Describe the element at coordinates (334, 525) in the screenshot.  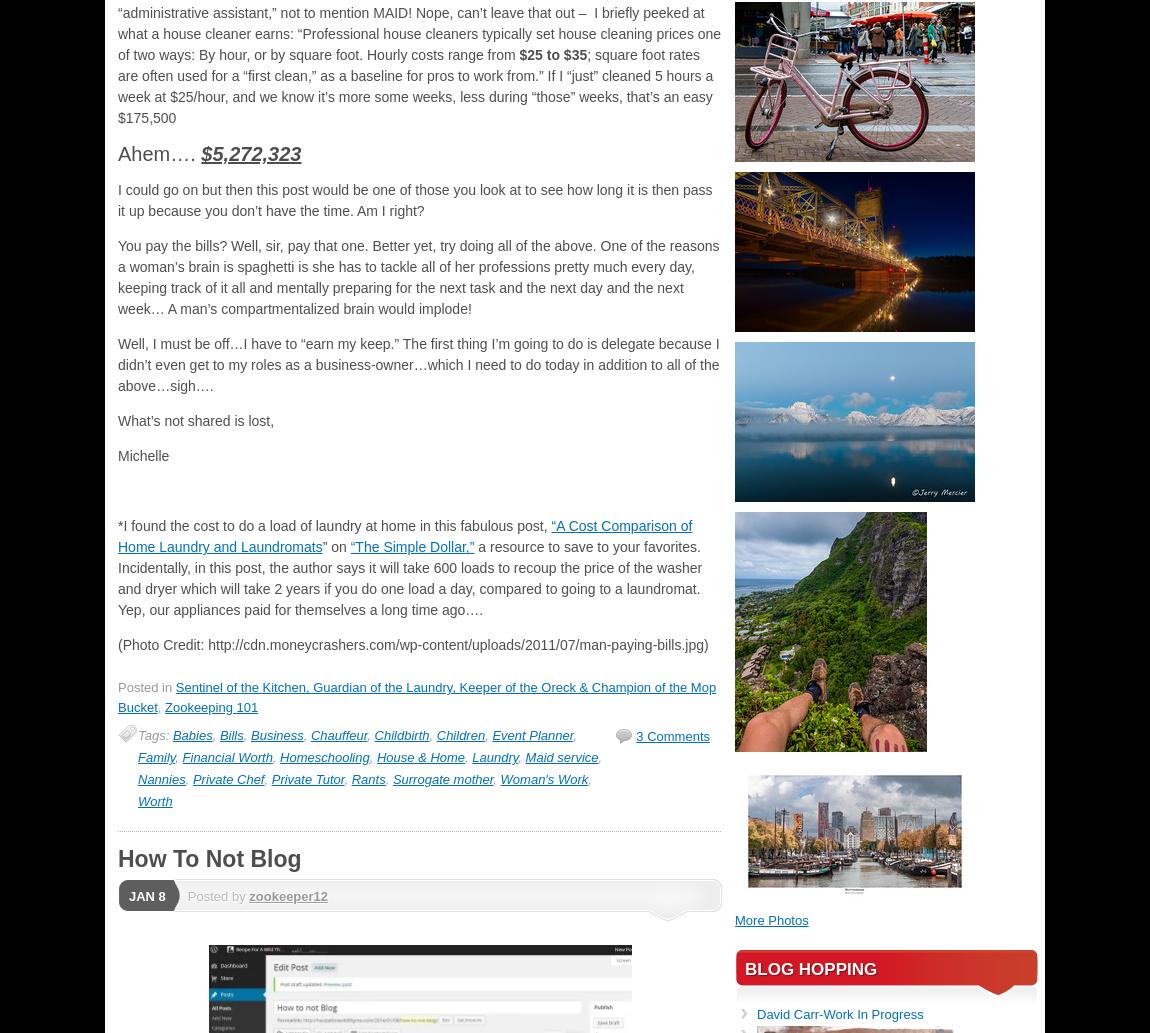
I see `'*I found the cost to do a load of laundry at home in this fabulous post,'` at that location.